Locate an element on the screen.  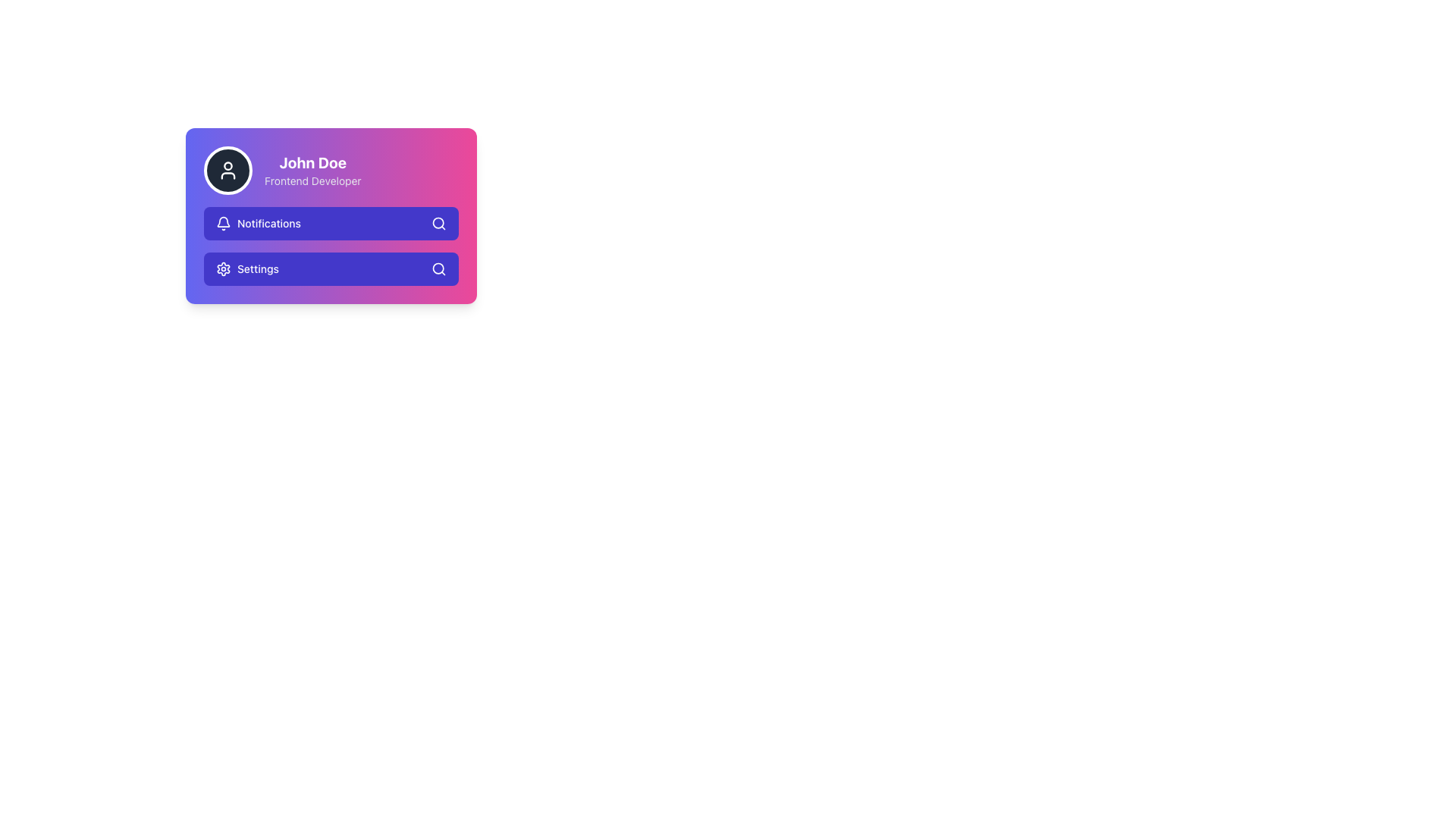
the search icon located inside the 'Notifications' button to initiate a search operation is located at coordinates (438, 223).